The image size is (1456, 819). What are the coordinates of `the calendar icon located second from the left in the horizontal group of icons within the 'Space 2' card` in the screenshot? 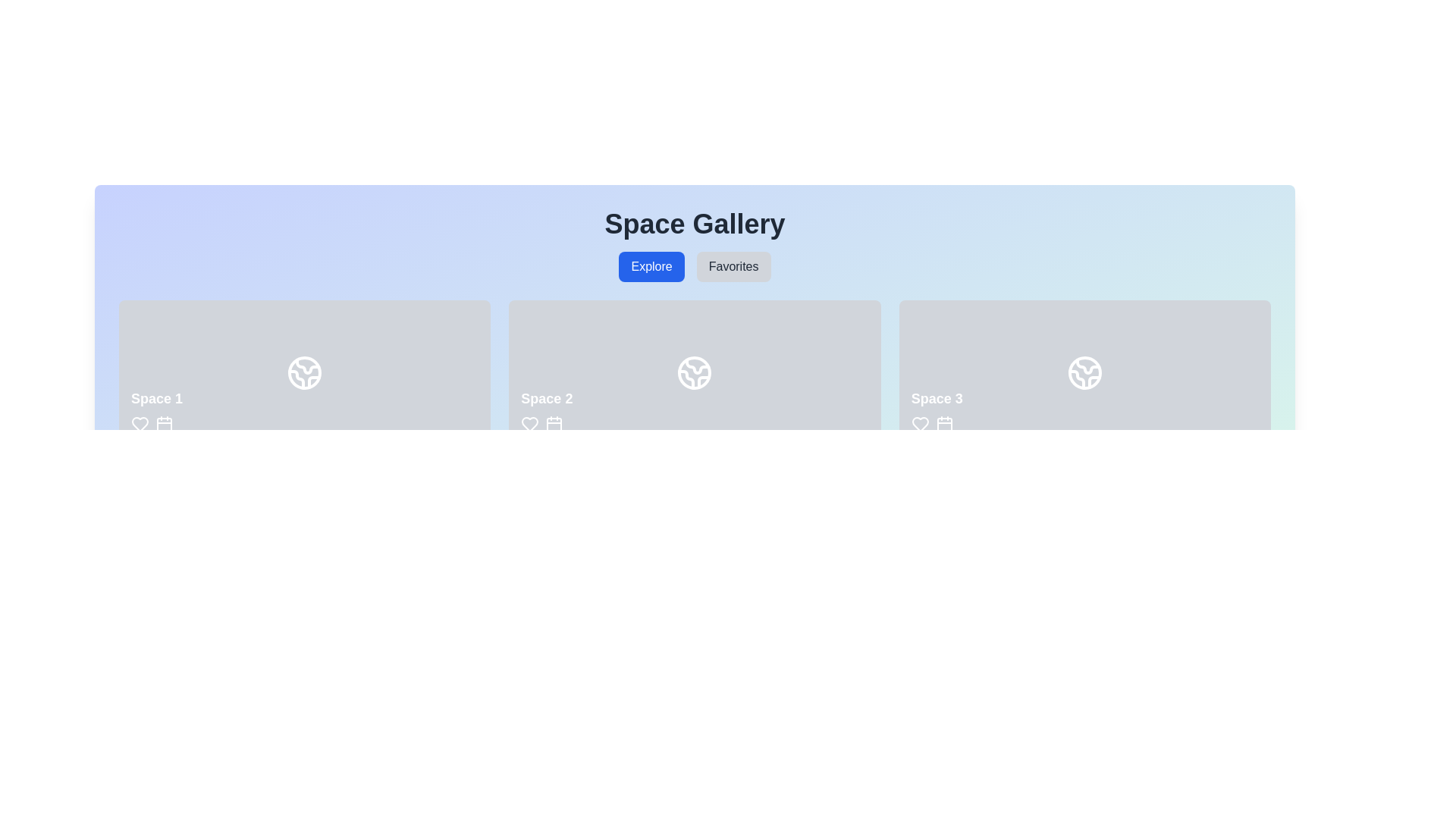 It's located at (554, 424).